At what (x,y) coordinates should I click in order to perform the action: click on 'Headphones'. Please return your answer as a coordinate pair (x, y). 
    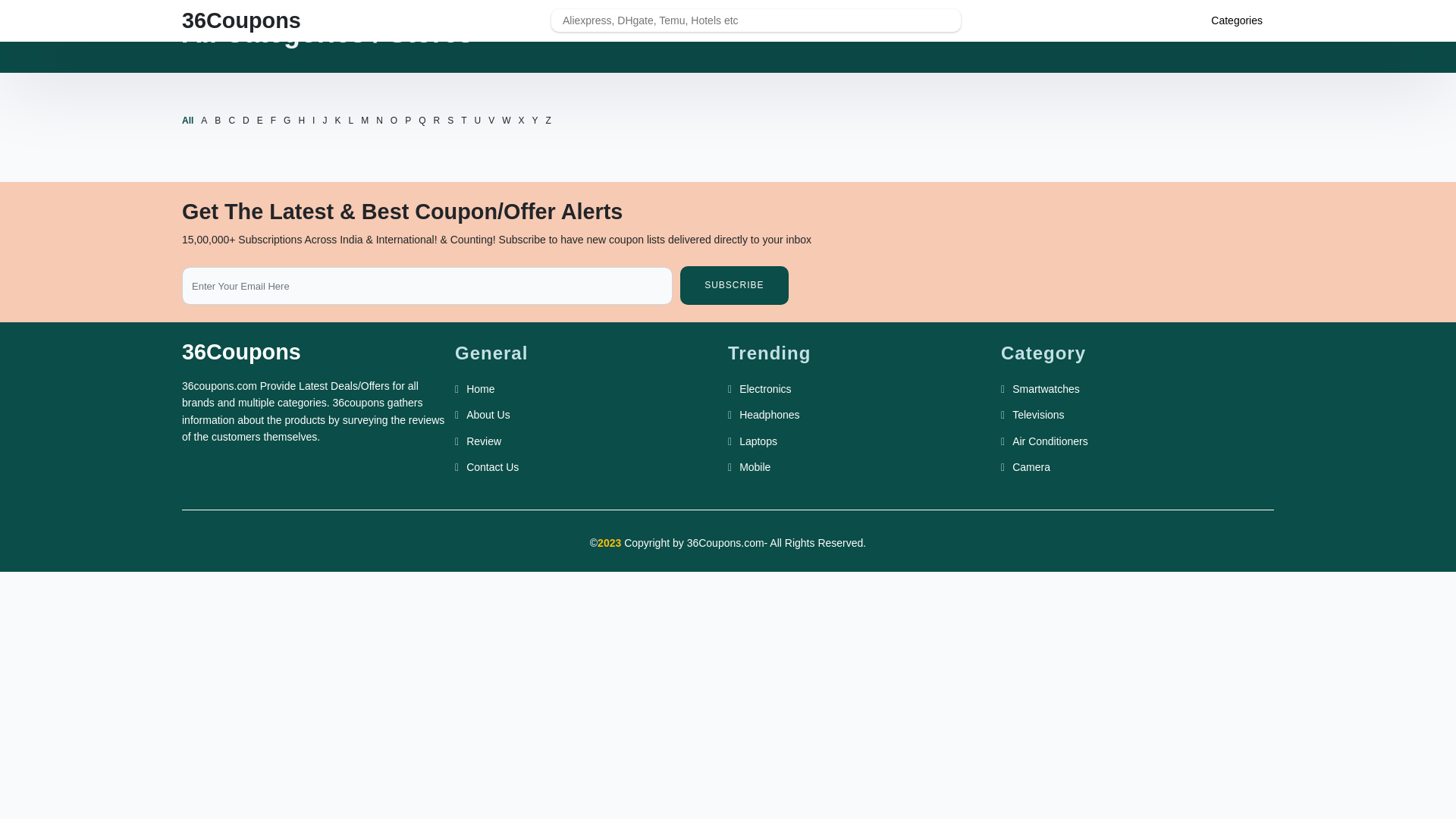
    Looking at the image, I should click on (769, 415).